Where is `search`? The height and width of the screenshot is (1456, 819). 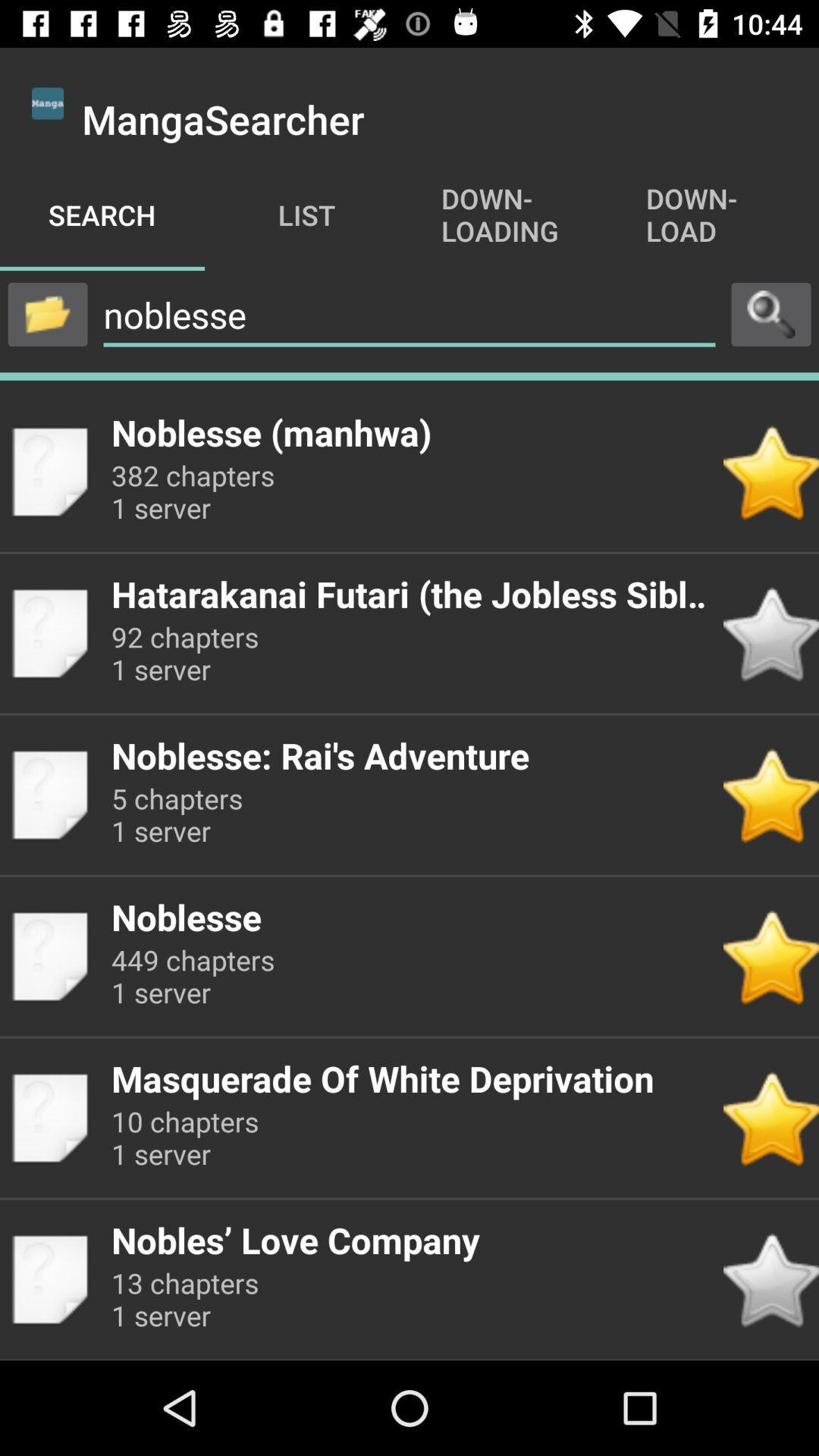
search is located at coordinates (771, 313).